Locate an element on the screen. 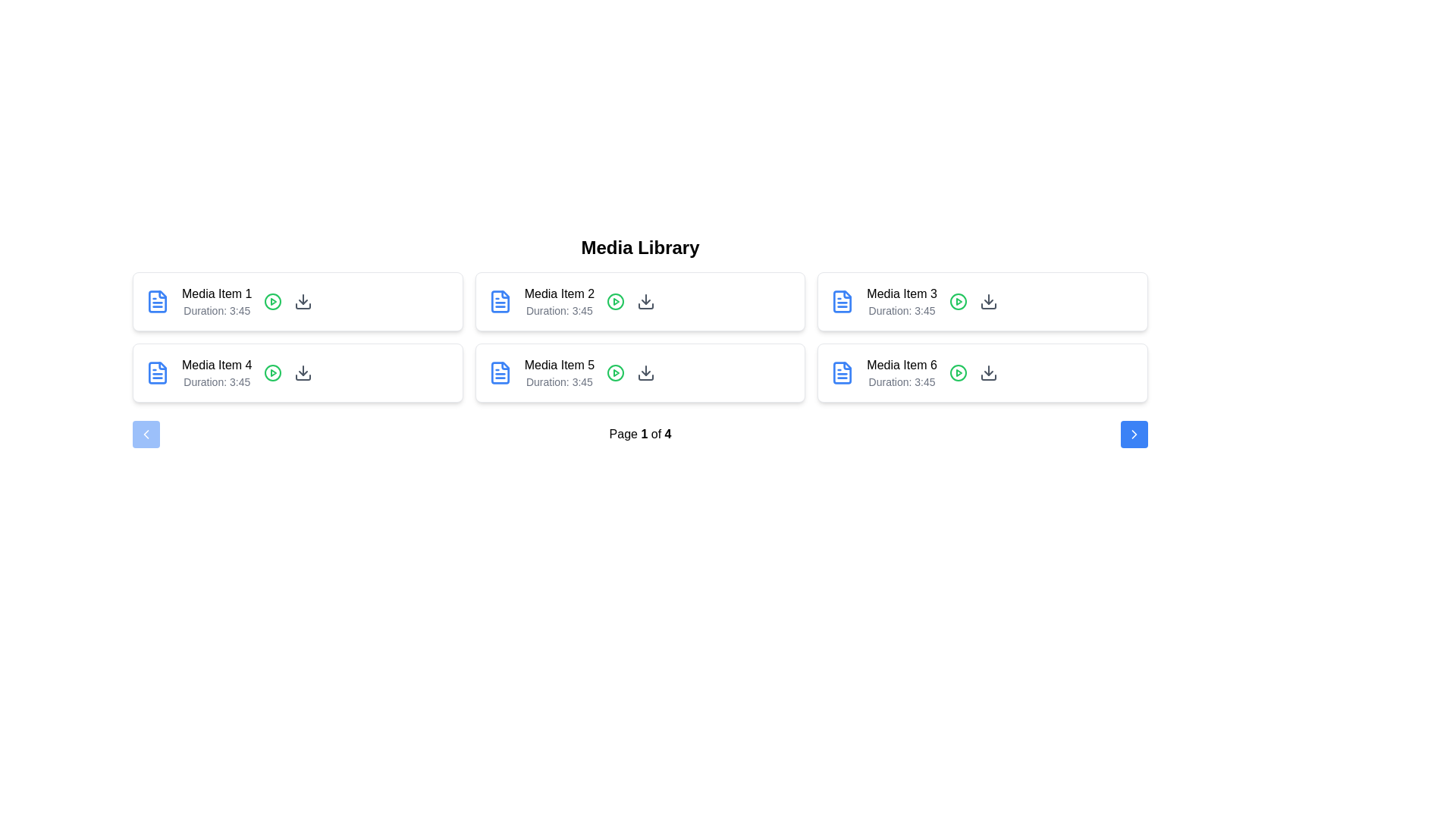  the text 'Media Item 6' for copying from the text label located in the bottom-right corner of the main grid is located at coordinates (902, 366).